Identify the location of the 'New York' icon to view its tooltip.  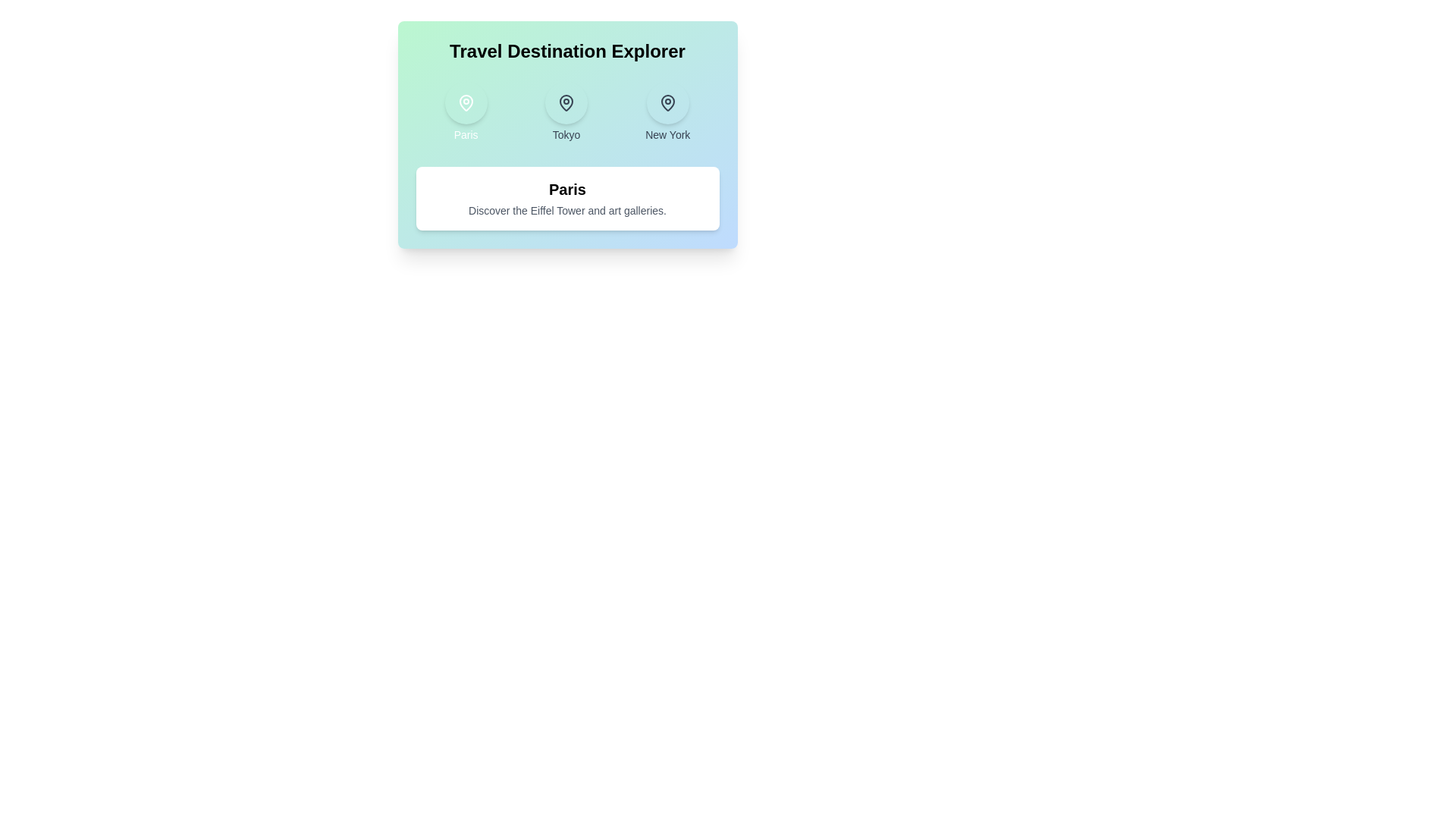
(667, 102).